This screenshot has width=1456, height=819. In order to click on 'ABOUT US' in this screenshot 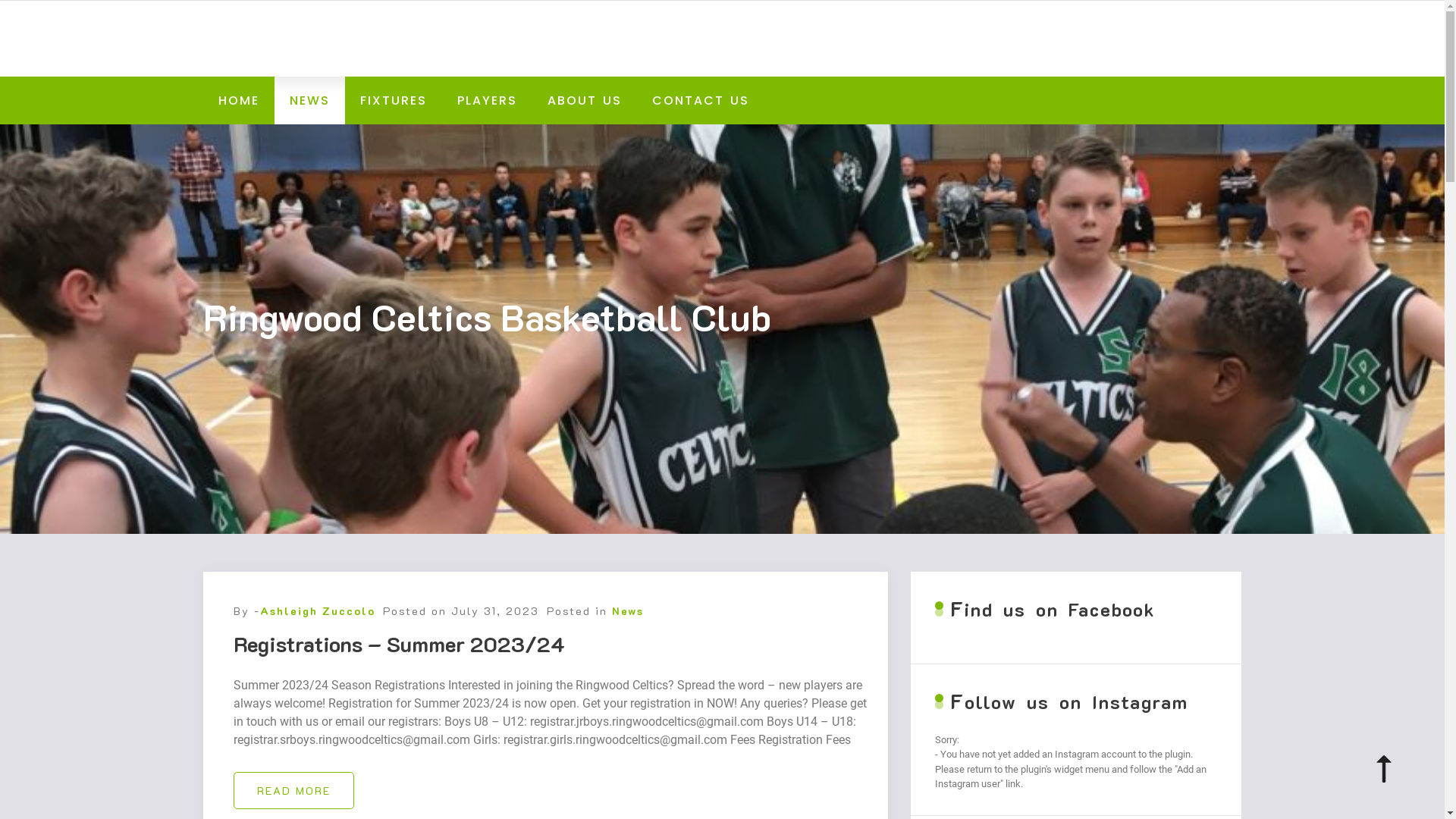, I will do `click(532, 100)`.